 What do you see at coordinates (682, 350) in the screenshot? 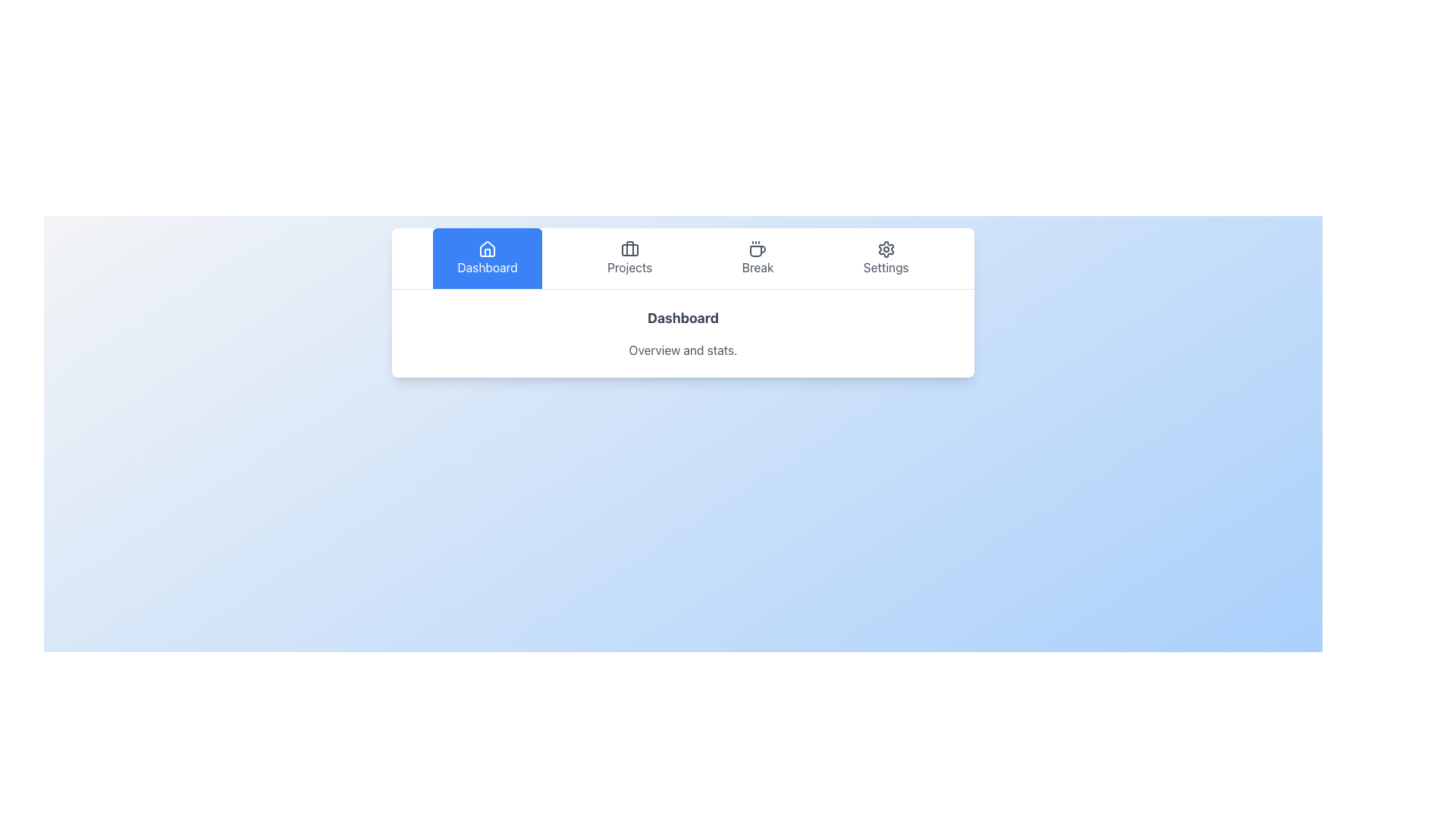
I see `the Text Label displaying 'Overview and stats.' located beneath the 'Dashboard' heading` at bounding box center [682, 350].